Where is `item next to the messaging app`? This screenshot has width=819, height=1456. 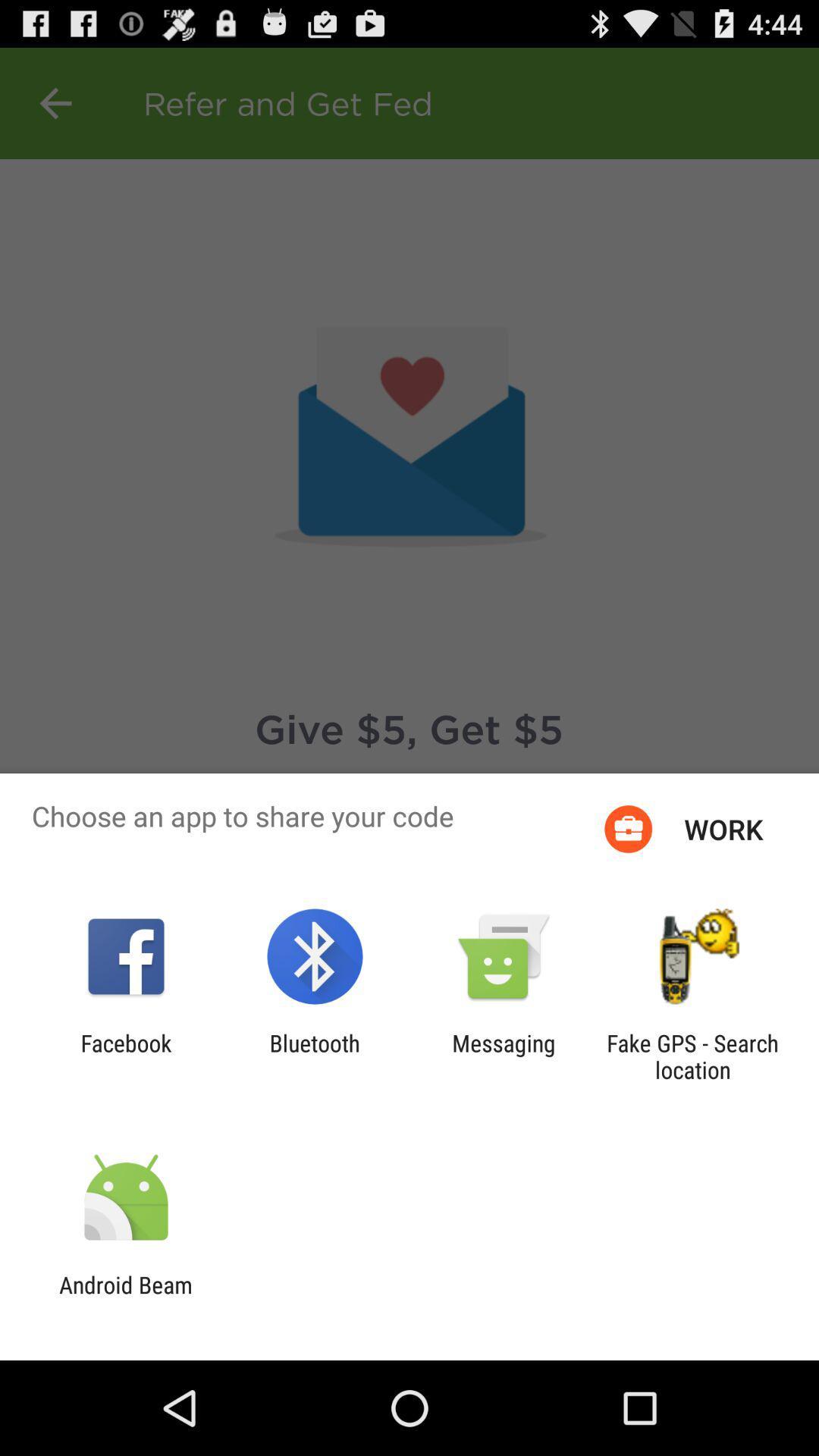 item next to the messaging app is located at coordinates (314, 1056).